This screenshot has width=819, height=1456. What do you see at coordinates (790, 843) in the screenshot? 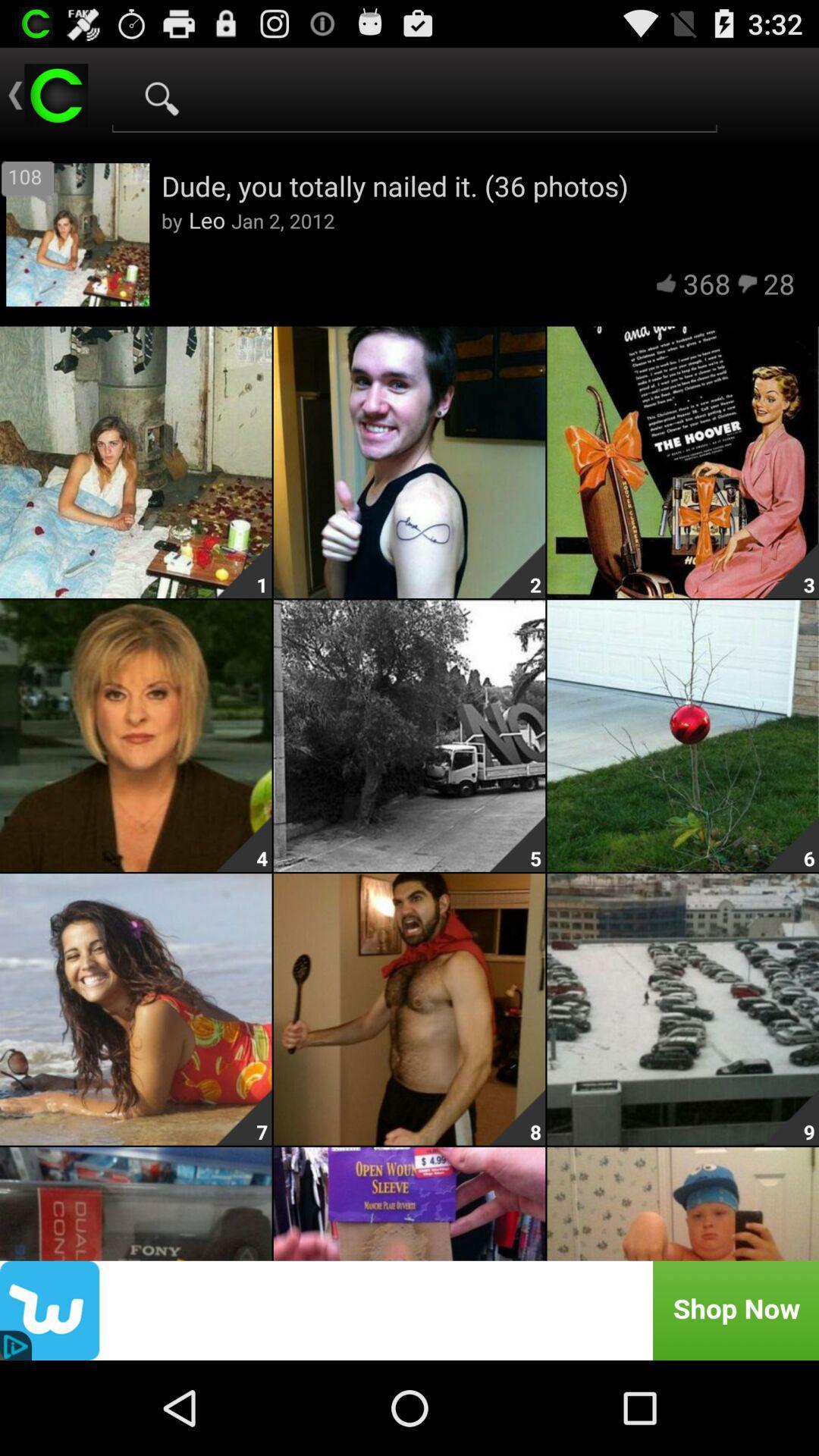
I see `the second row third image` at bounding box center [790, 843].